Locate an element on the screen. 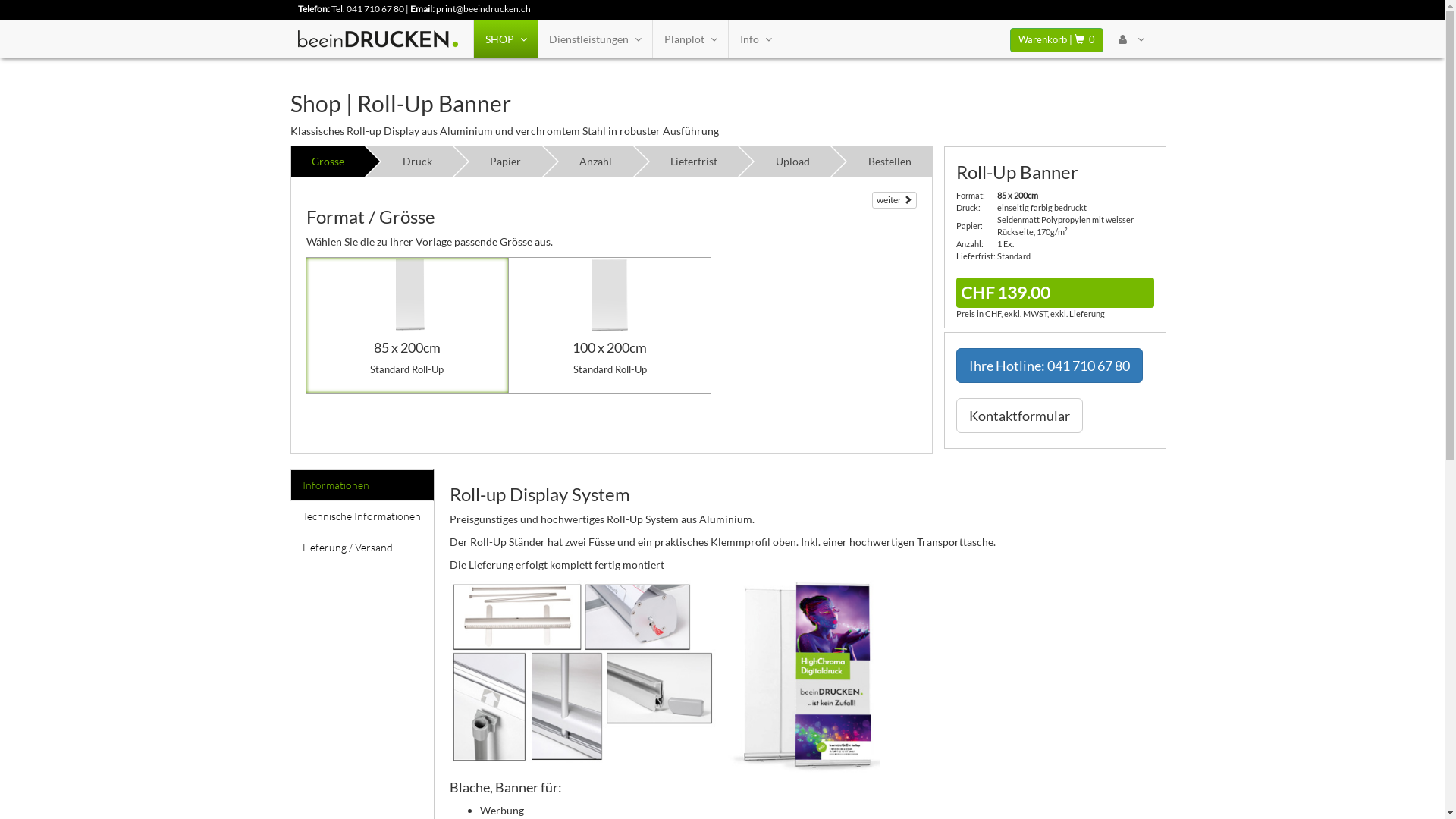 The image size is (1456, 819). 'Info' is located at coordinates (755, 38).